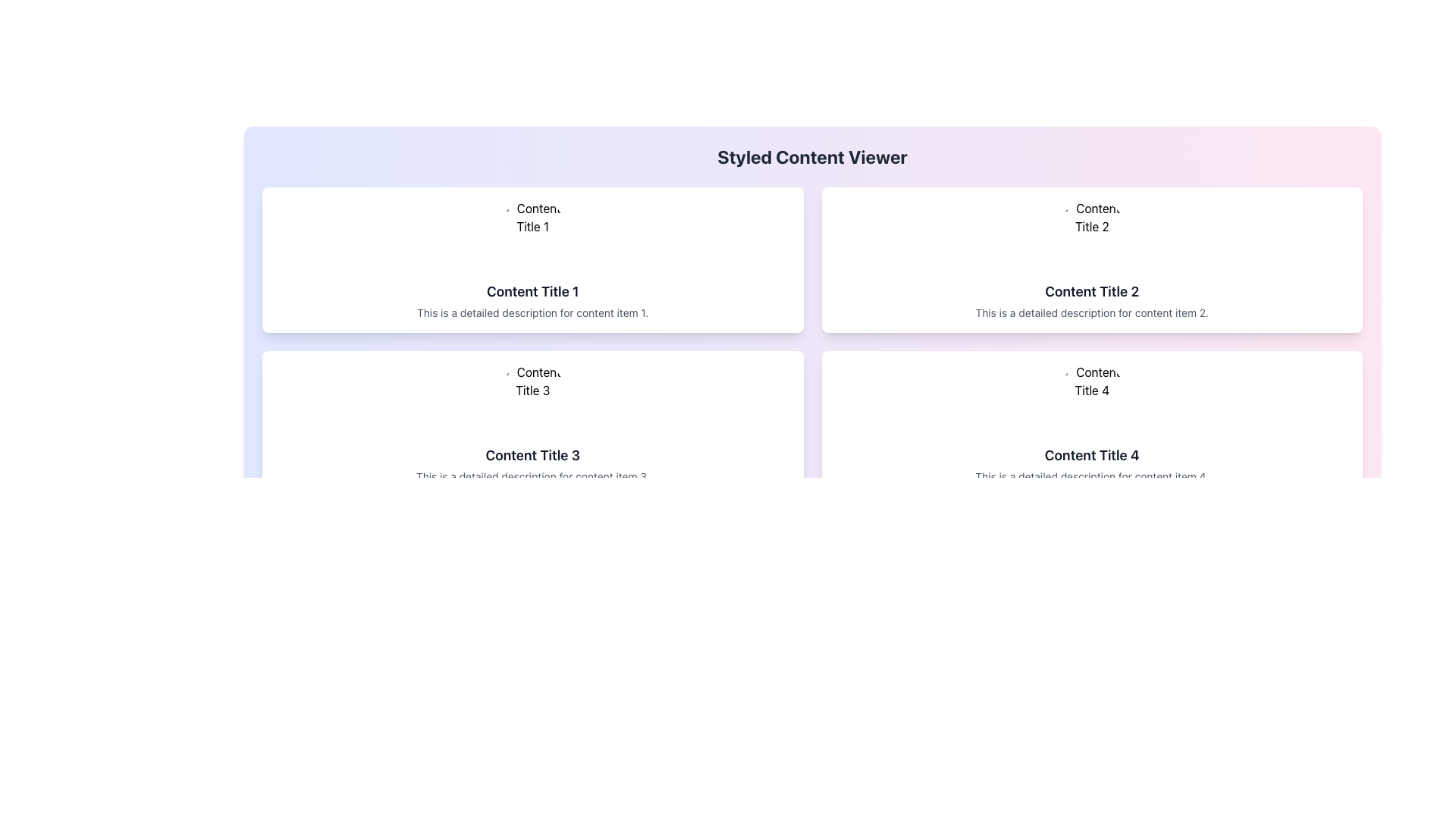 The height and width of the screenshot is (819, 1456). What do you see at coordinates (532, 292) in the screenshot?
I see `and quote the text 'Content Title 1' from the header styled with a bold and large font within the top-left card` at bounding box center [532, 292].